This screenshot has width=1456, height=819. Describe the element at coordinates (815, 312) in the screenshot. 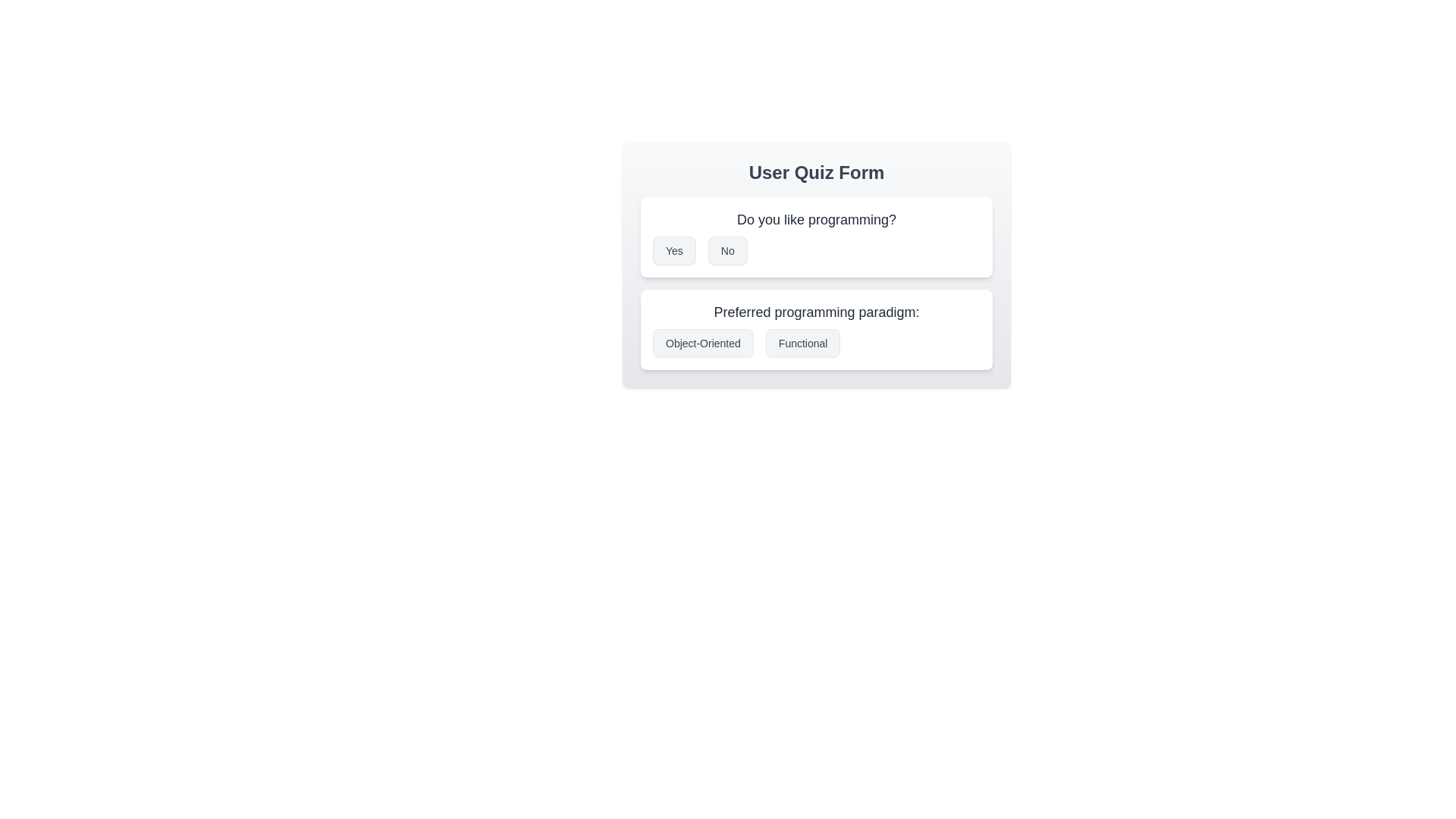

I see `the text header labeled 'Preferred programming paradigm:' which is styled in a large bold font and located above the buttons for selecting programming paradigms` at that location.